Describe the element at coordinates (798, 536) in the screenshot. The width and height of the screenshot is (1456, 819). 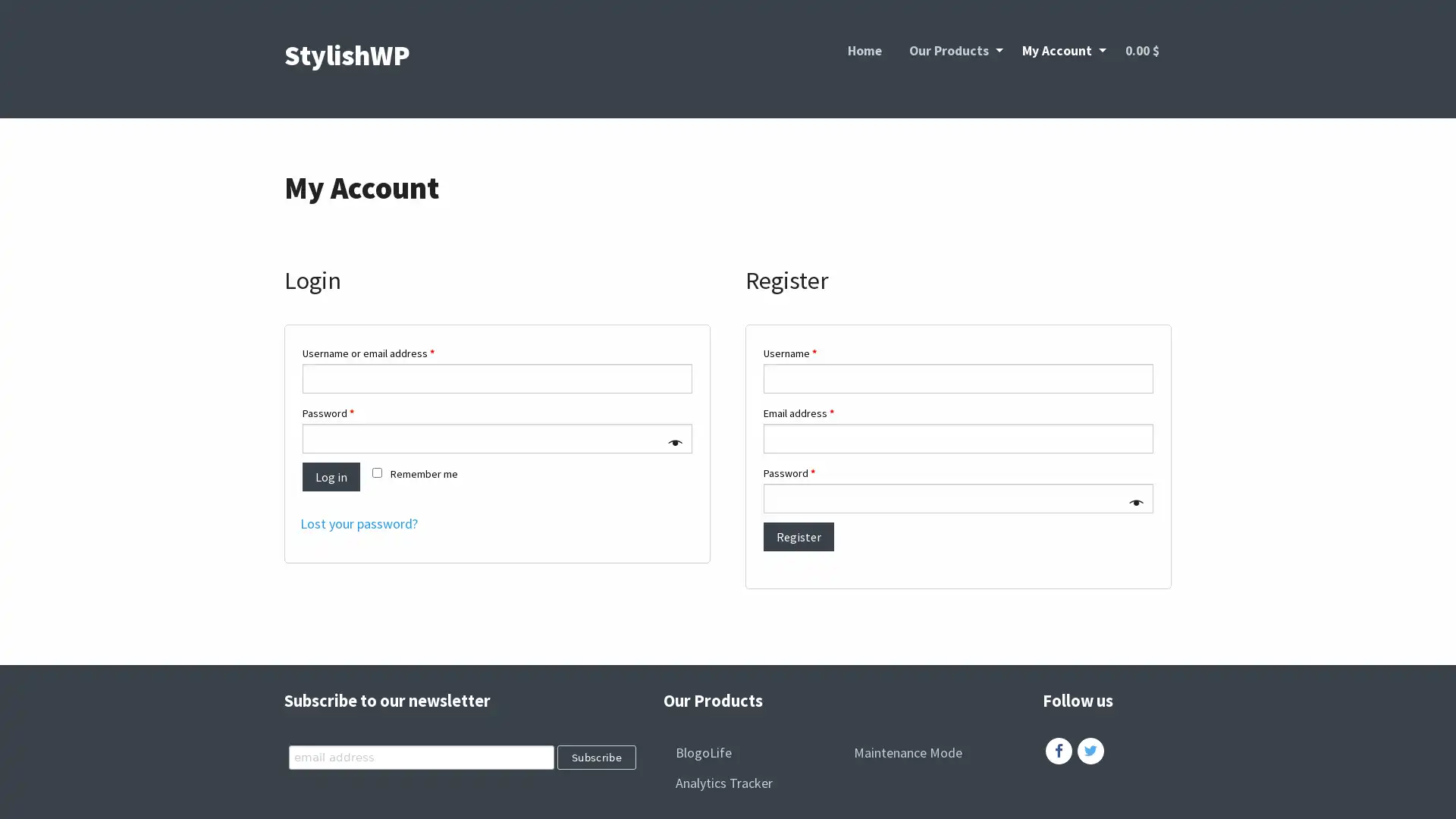
I see `Register` at that location.